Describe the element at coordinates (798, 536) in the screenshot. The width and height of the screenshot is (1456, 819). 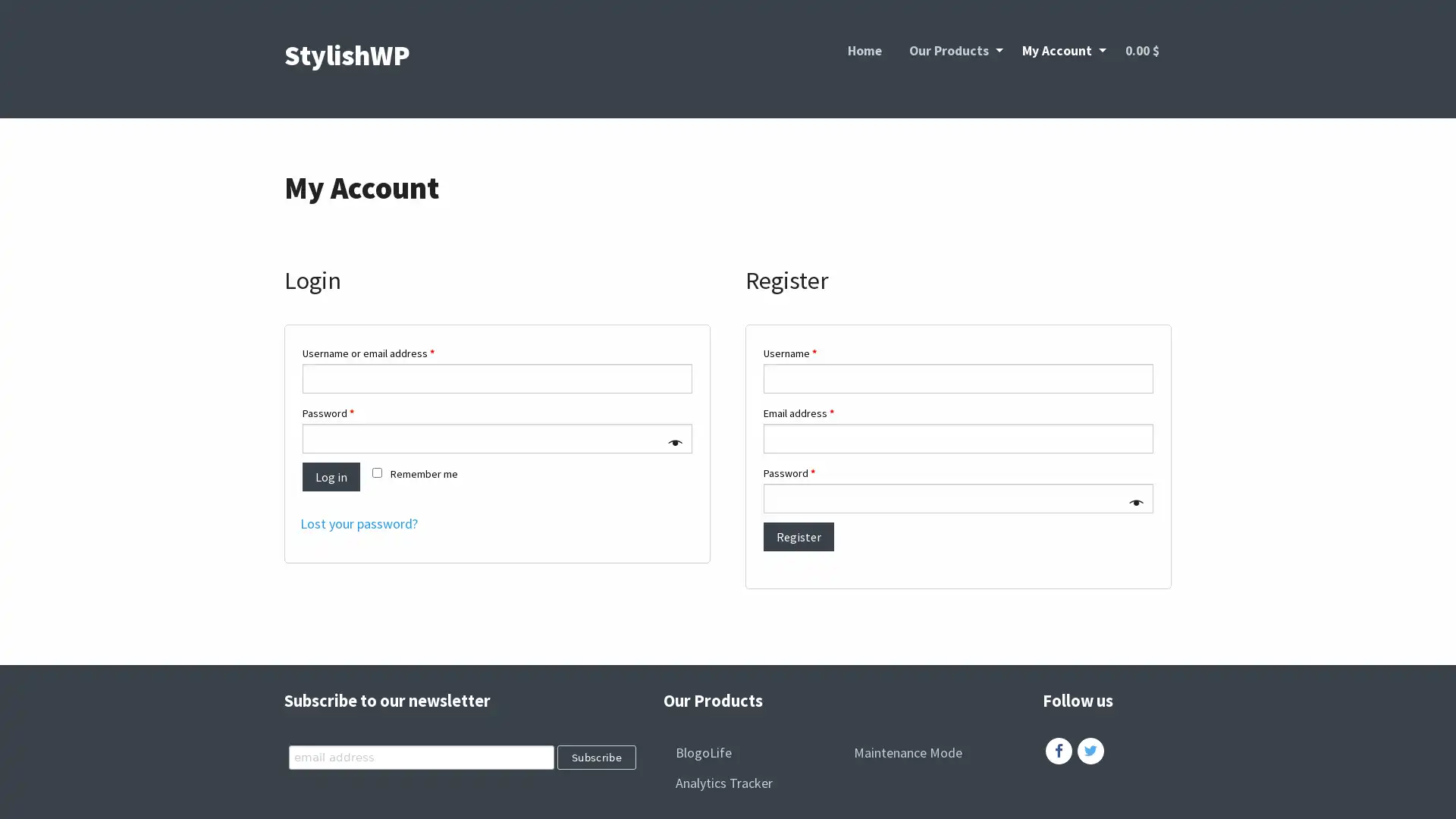
I see `Register` at that location.